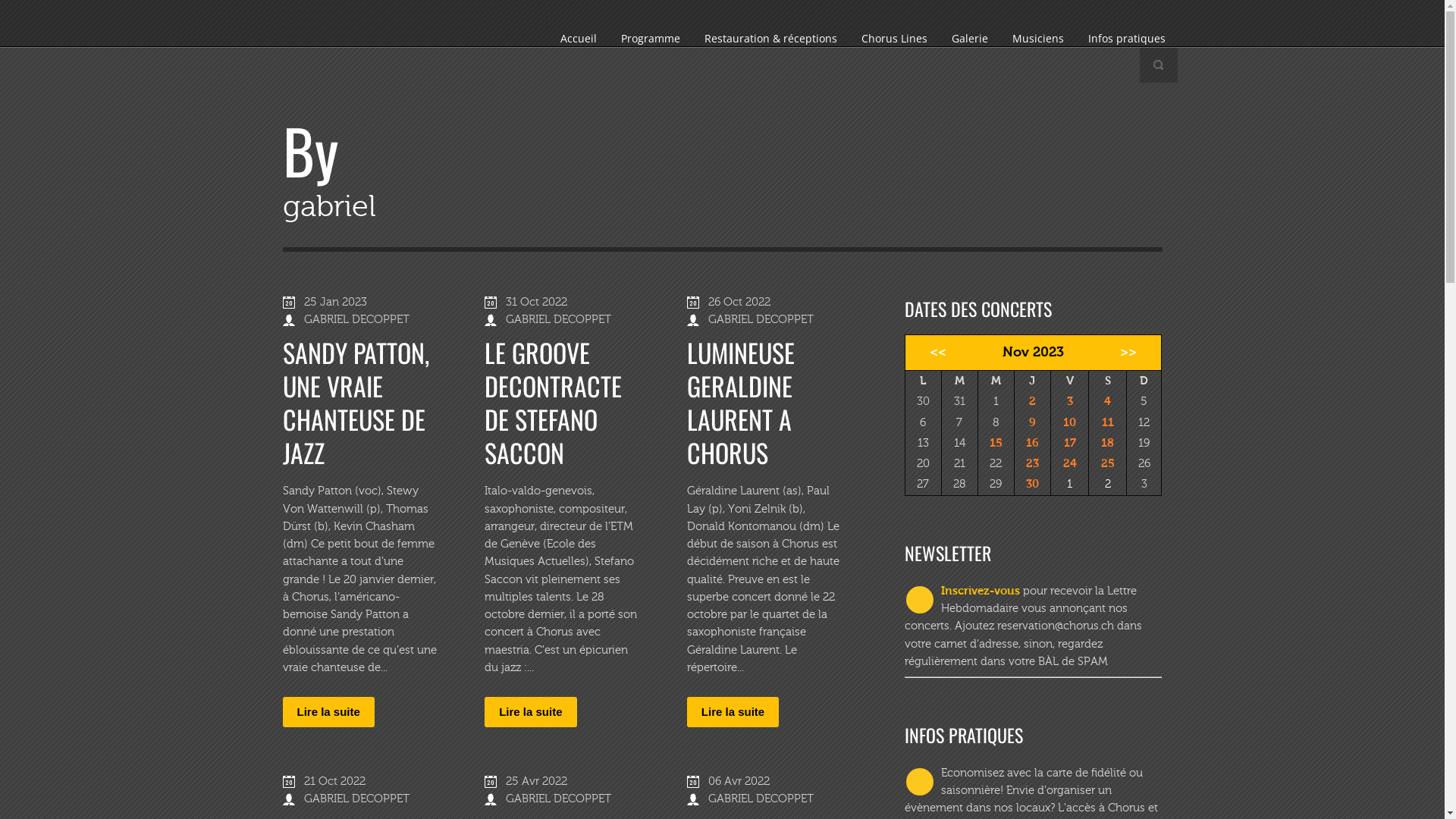  I want to click on '23', so click(1026, 462).